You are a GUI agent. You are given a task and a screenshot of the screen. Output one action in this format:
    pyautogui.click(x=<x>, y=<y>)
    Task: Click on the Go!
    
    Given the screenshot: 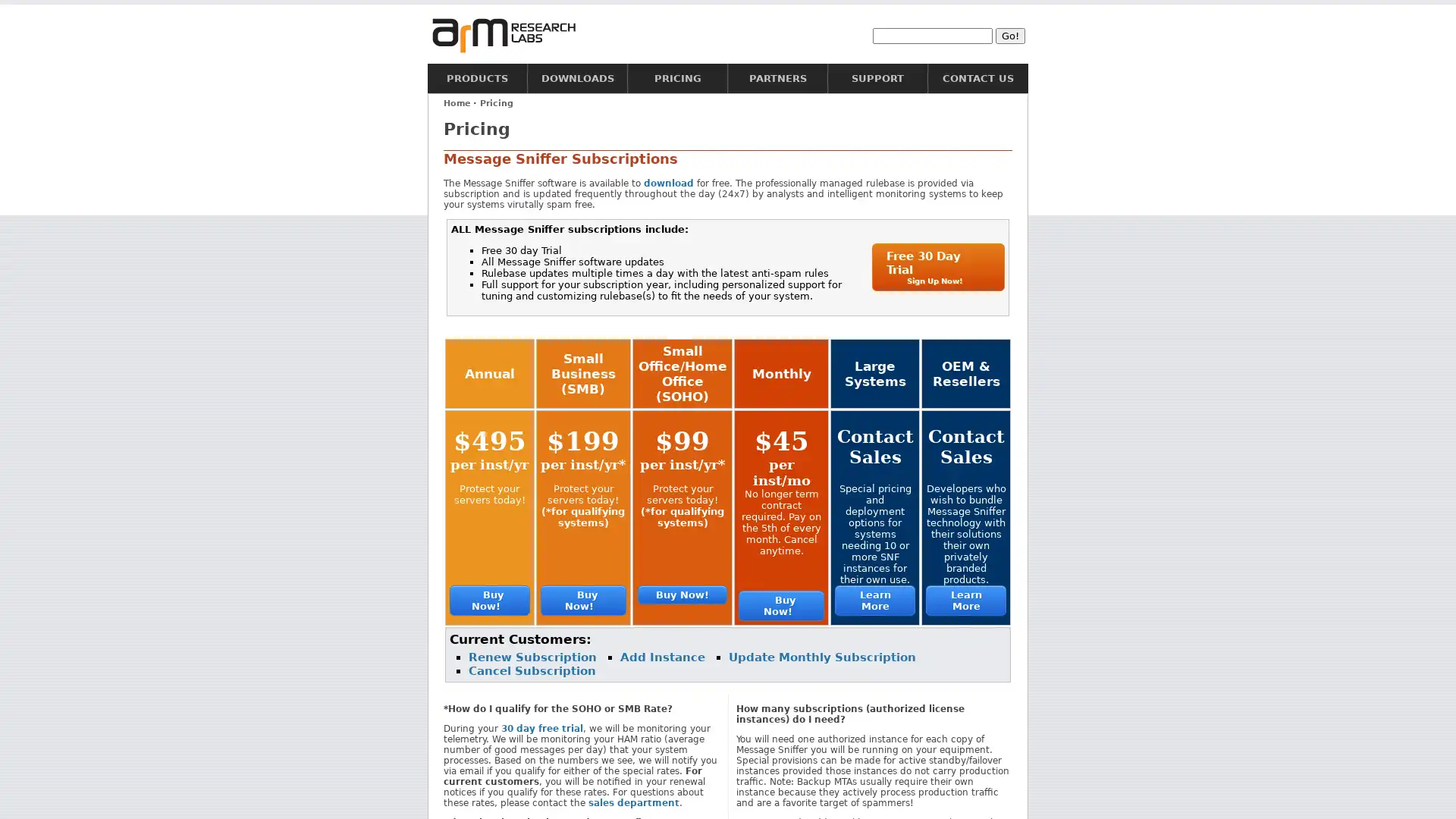 What is the action you would take?
    pyautogui.click(x=1010, y=34)
    